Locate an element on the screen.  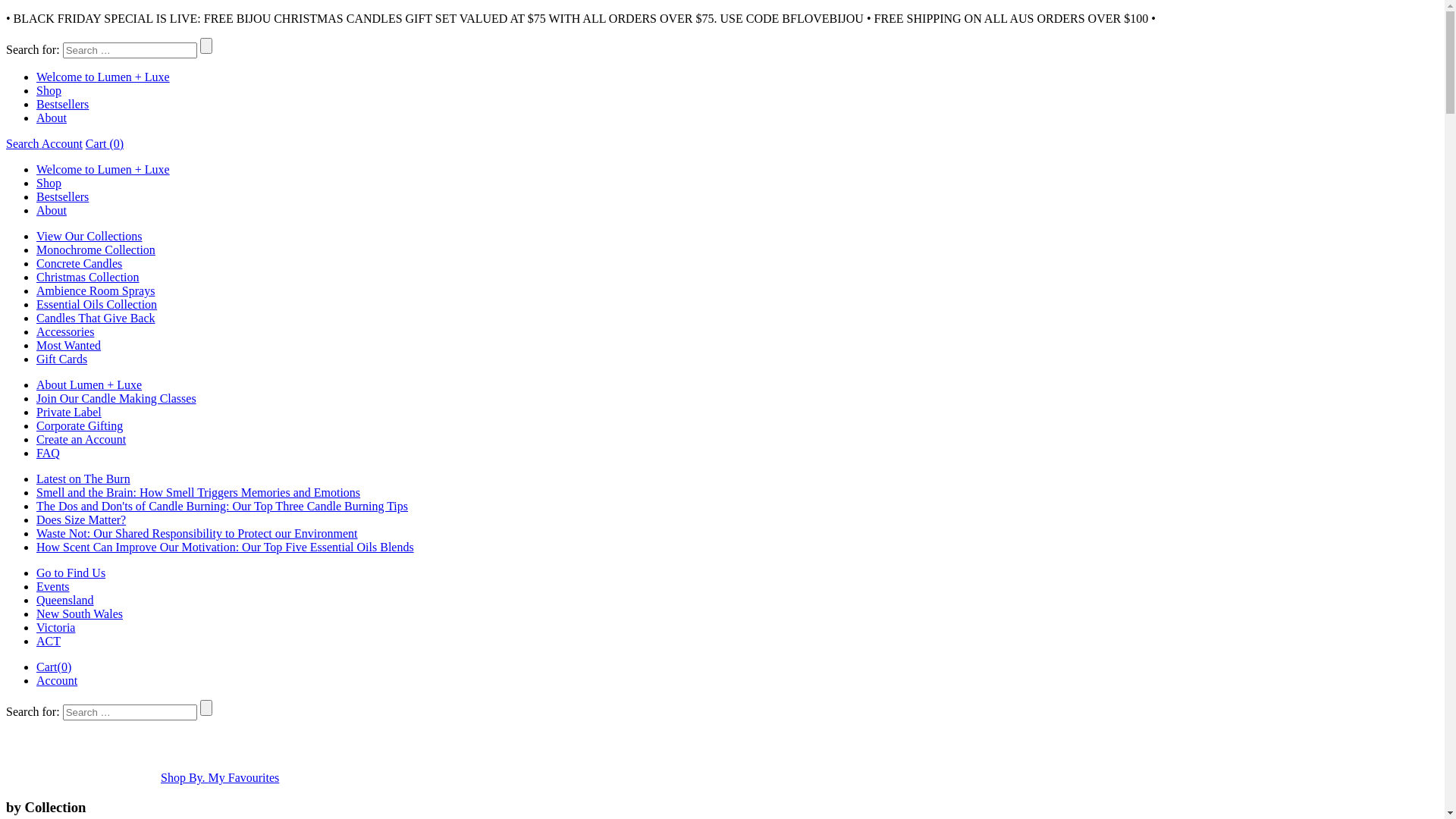
'Concrete Candles' is located at coordinates (78, 262).